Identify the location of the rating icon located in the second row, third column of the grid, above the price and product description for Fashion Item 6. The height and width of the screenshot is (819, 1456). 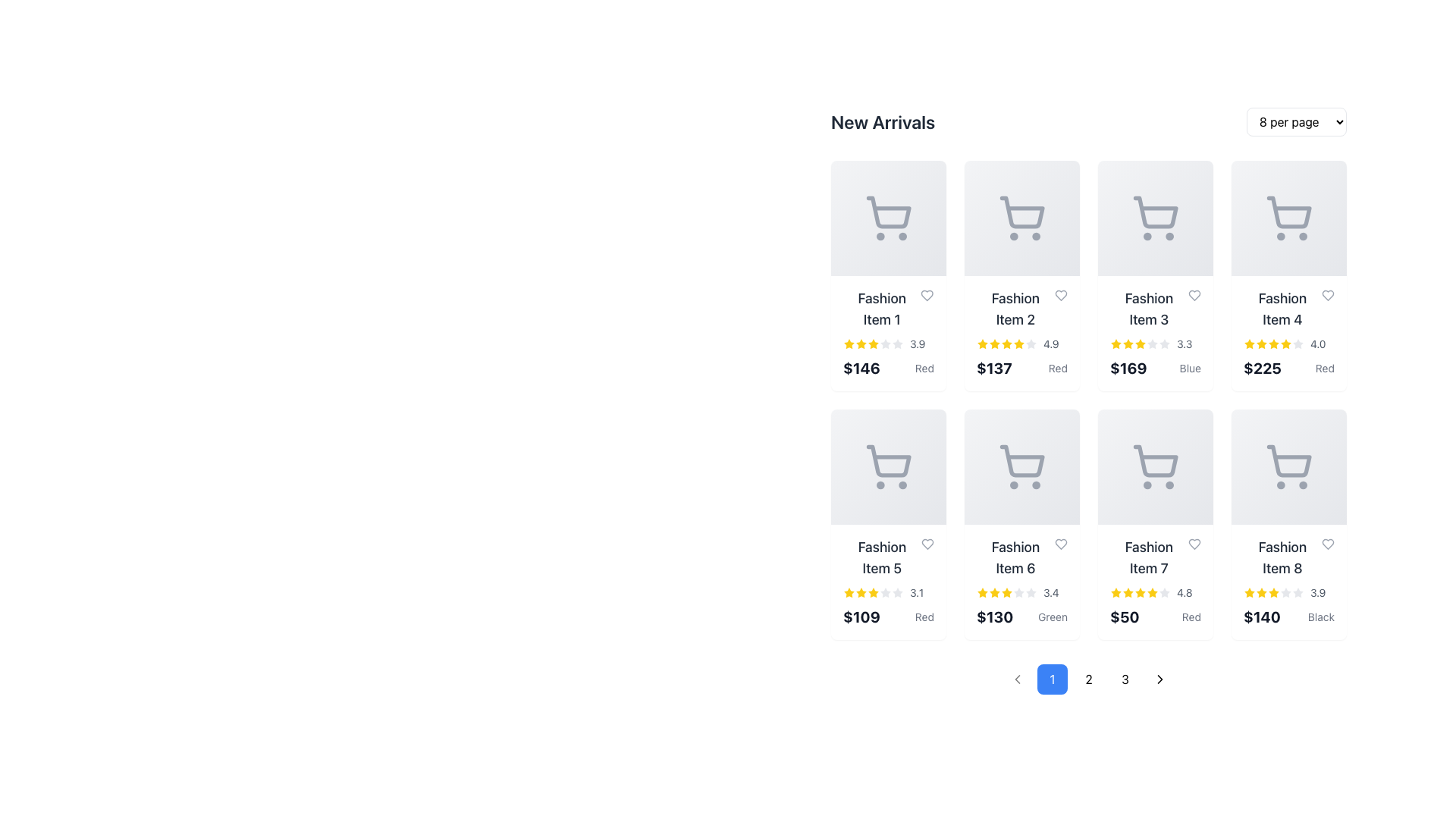
(983, 591).